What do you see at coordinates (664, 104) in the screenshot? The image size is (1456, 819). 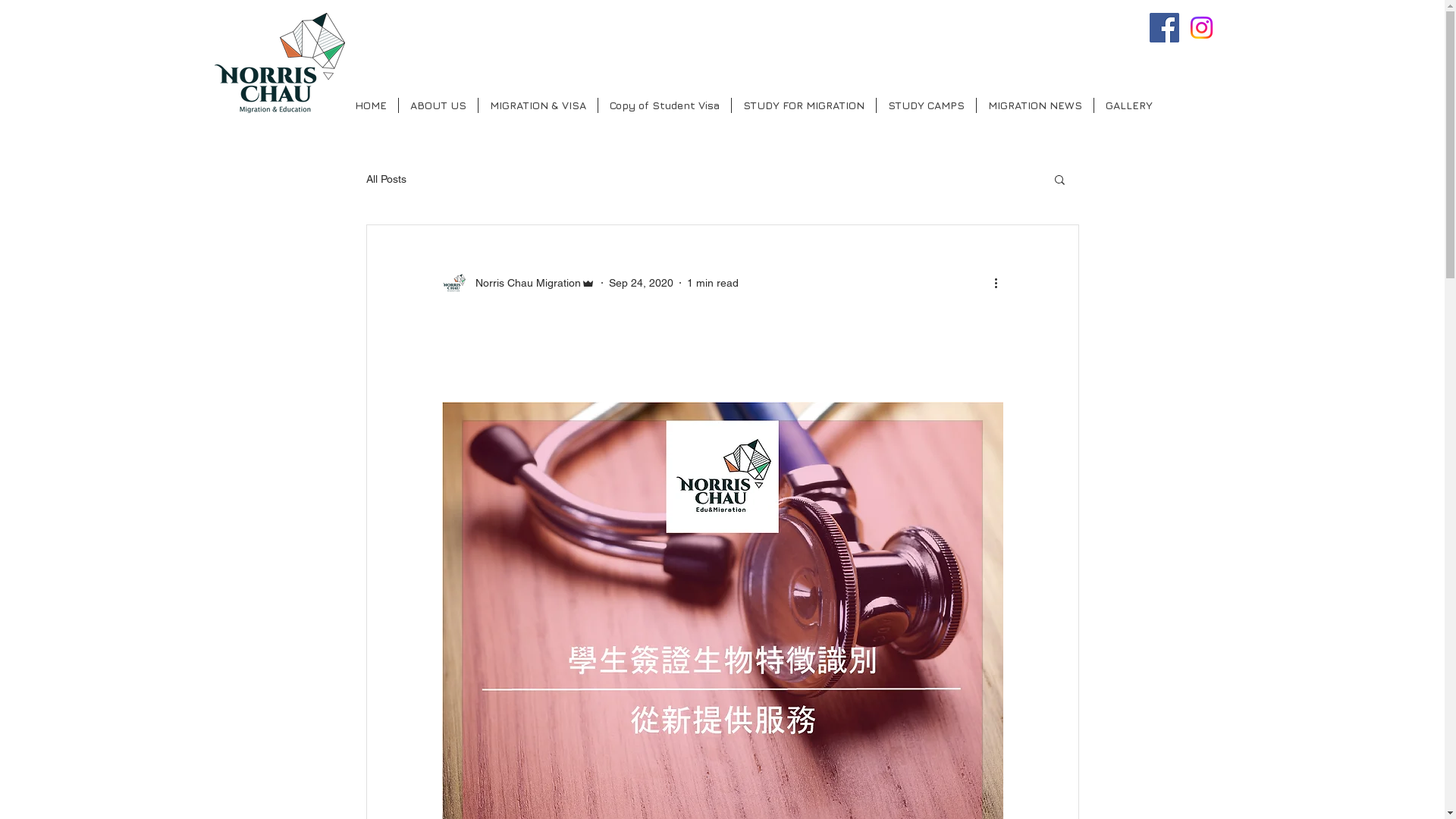 I see `'Copy of Student Visa'` at bounding box center [664, 104].